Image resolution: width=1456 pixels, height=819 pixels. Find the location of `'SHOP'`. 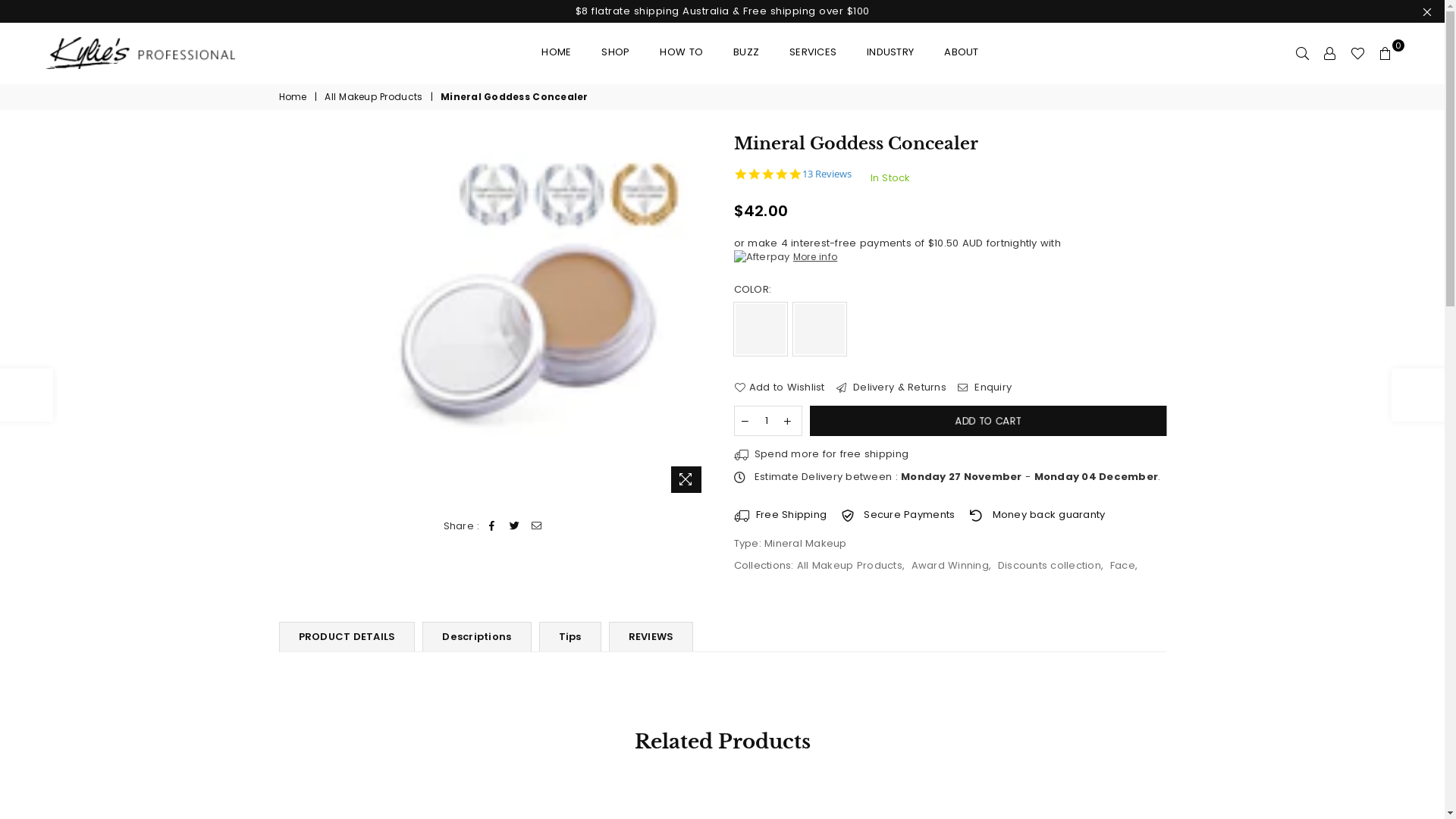

'SHOP' is located at coordinates (615, 52).